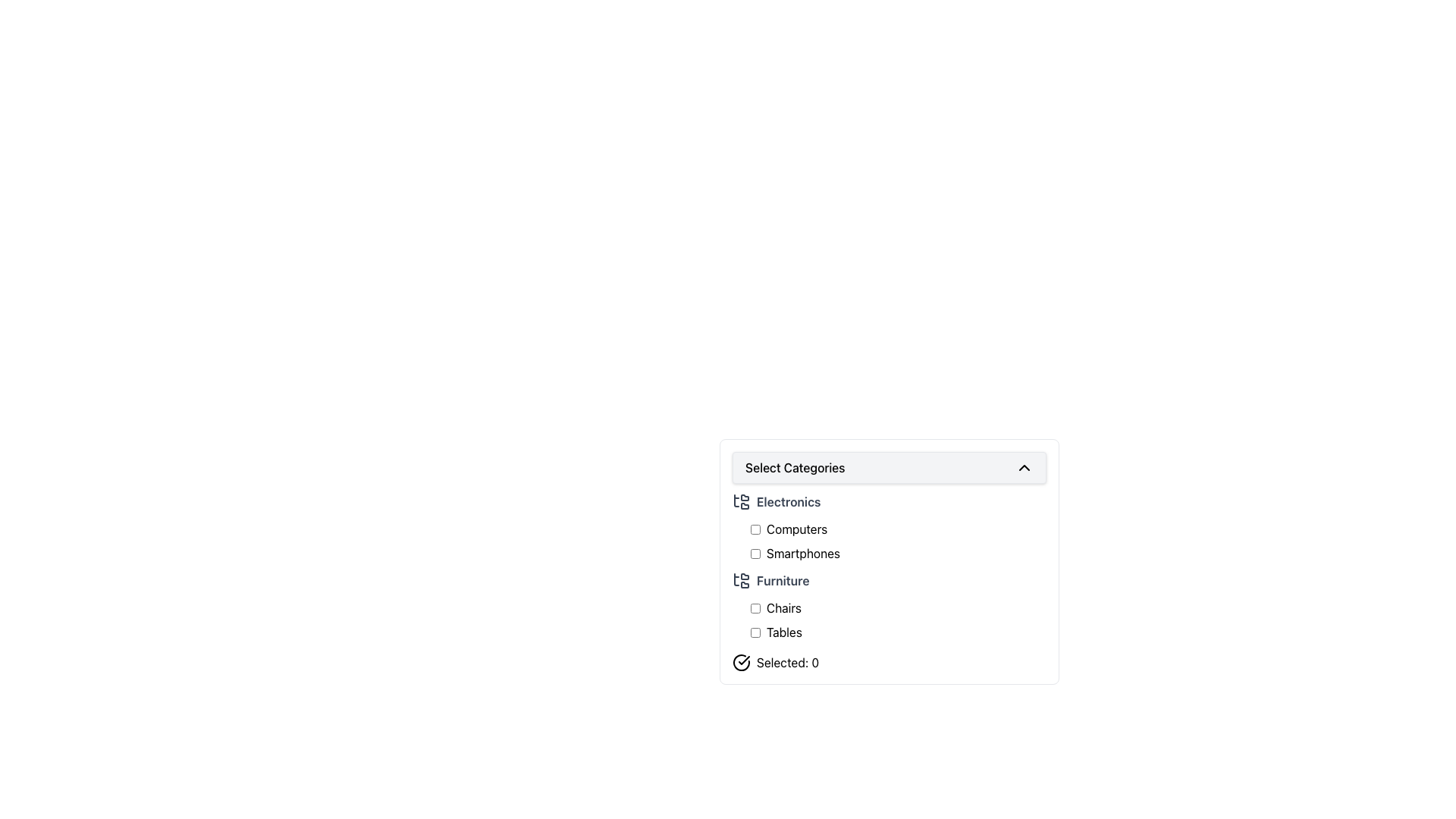 The width and height of the screenshot is (1456, 819). What do you see at coordinates (755, 553) in the screenshot?
I see `the 'Smartphones' checkbox in the 'Select Categories' dropdown` at bounding box center [755, 553].